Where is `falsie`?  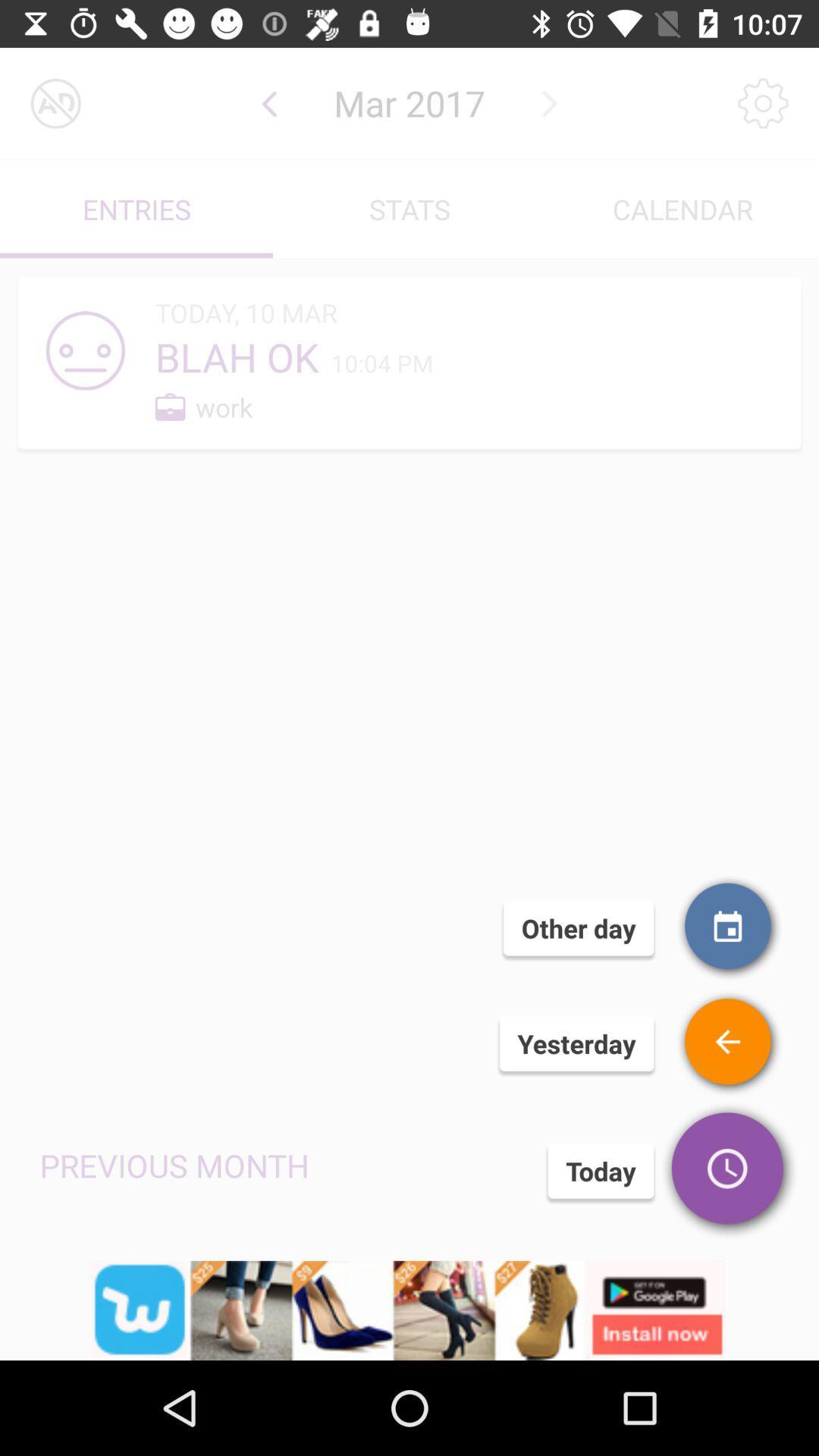
falsie is located at coordinates (728, 1043).